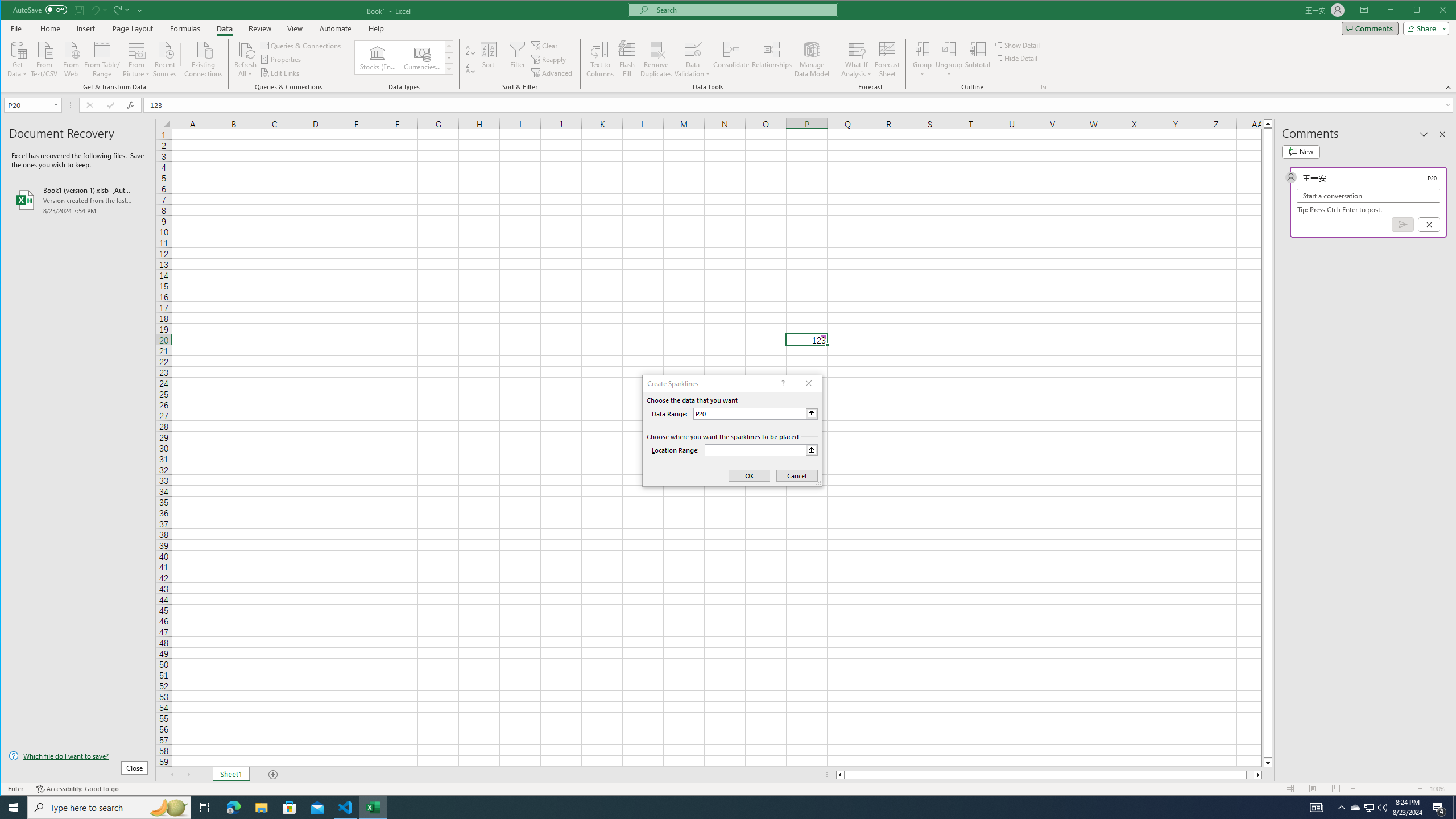 The width and height of the screenshot is (1456, 819). I want to click on 'Relationships', so click(772, 59).